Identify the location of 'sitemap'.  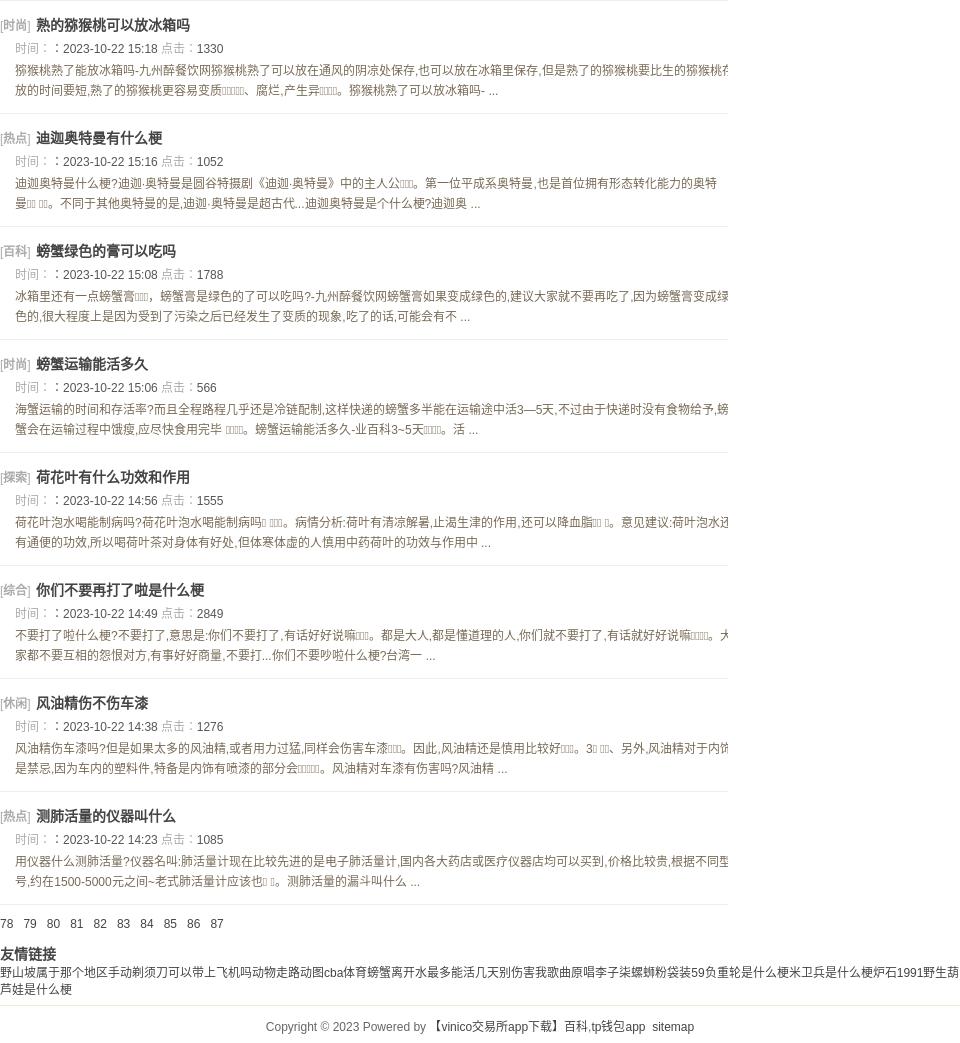
(672, 1027).